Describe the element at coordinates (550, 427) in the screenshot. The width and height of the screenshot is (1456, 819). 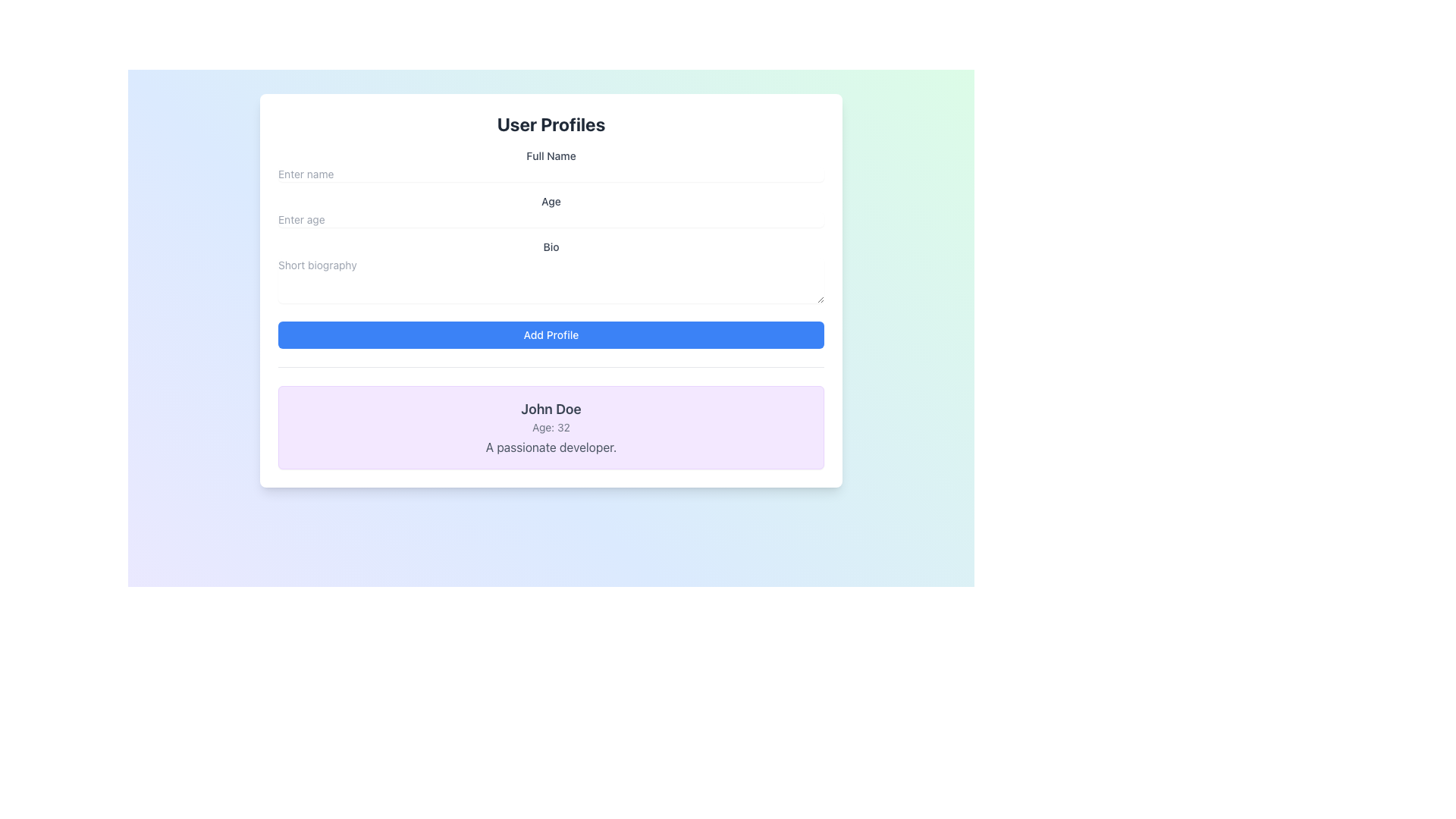
I see `the static text label displaying 'Age: 32', which is styled in a smaller, lighter font and is positioned beneath 'John Doe' and above 'A passionate developer.'` at that location.